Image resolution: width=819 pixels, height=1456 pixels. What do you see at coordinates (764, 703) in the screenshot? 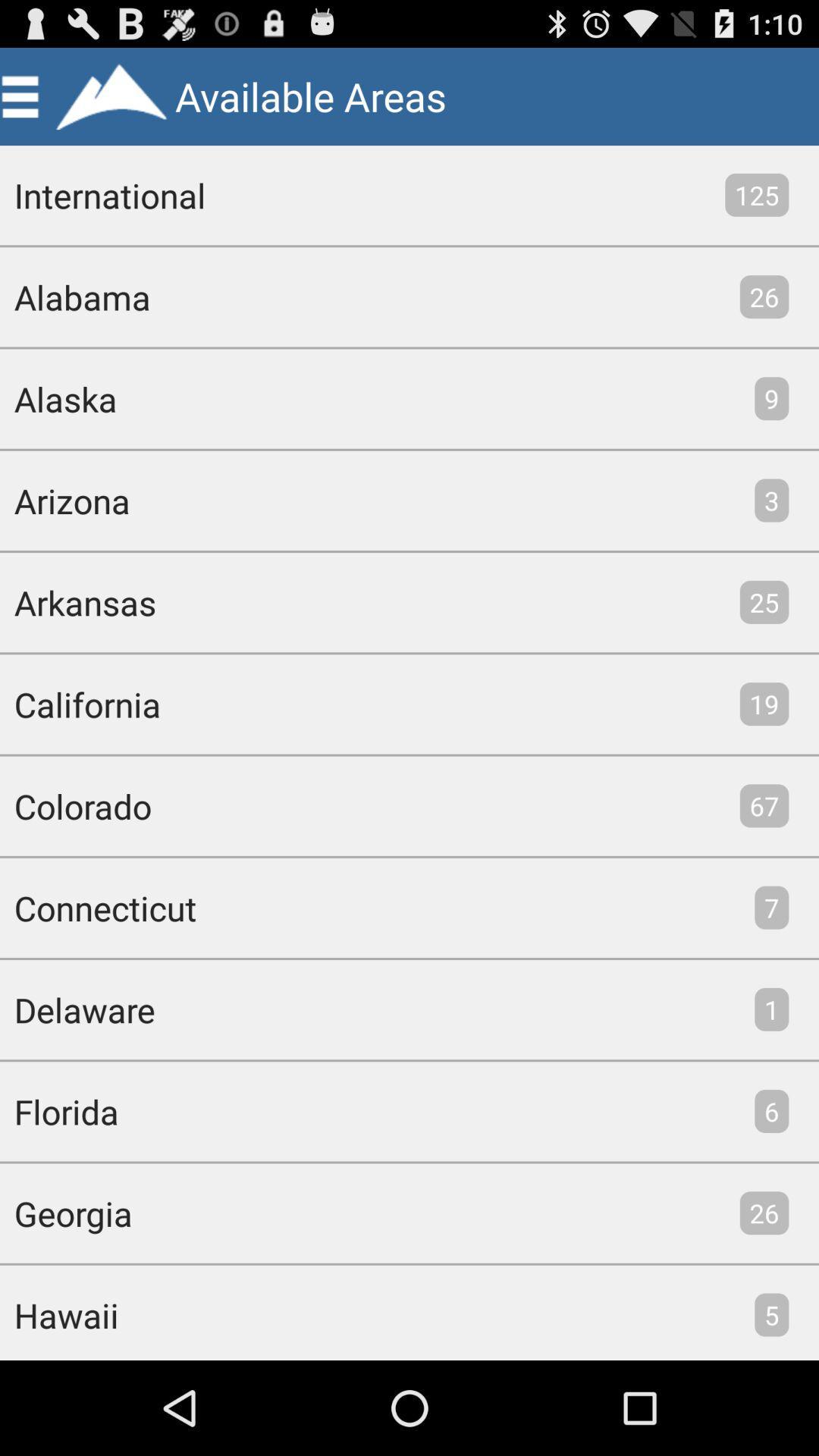
I see `the app to the right of the california app` at bounding box center [764, 703].